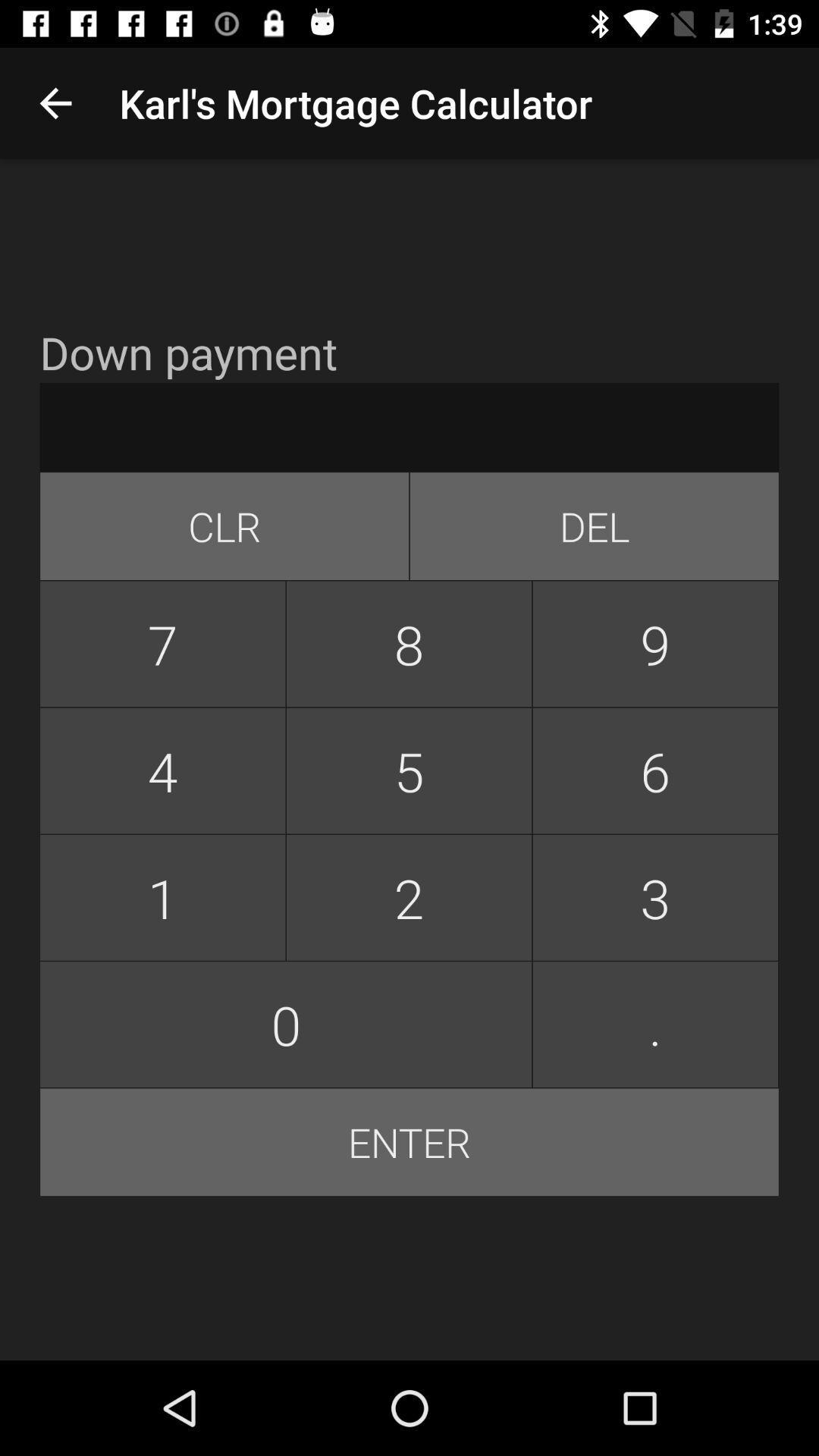  I want to click on icon above the 2 item, so click(654, 770).